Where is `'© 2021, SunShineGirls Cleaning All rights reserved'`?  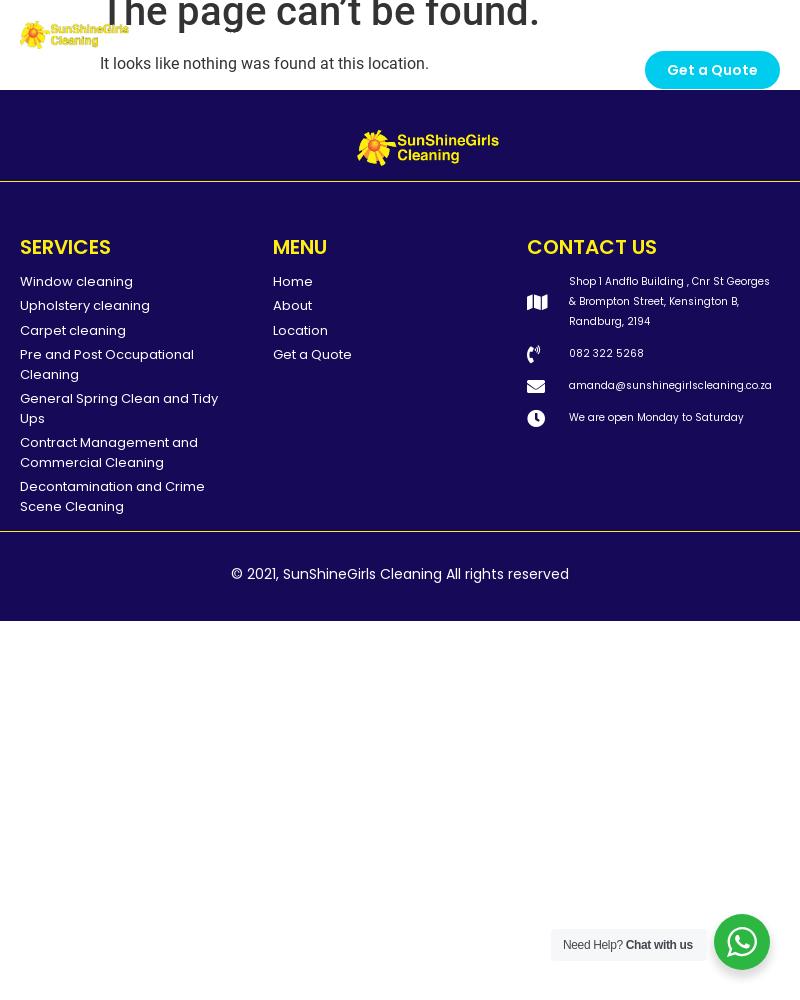 '© 2021, SunShineGirls Cleaning All rights reserved' is located at coordinates (231, 573).